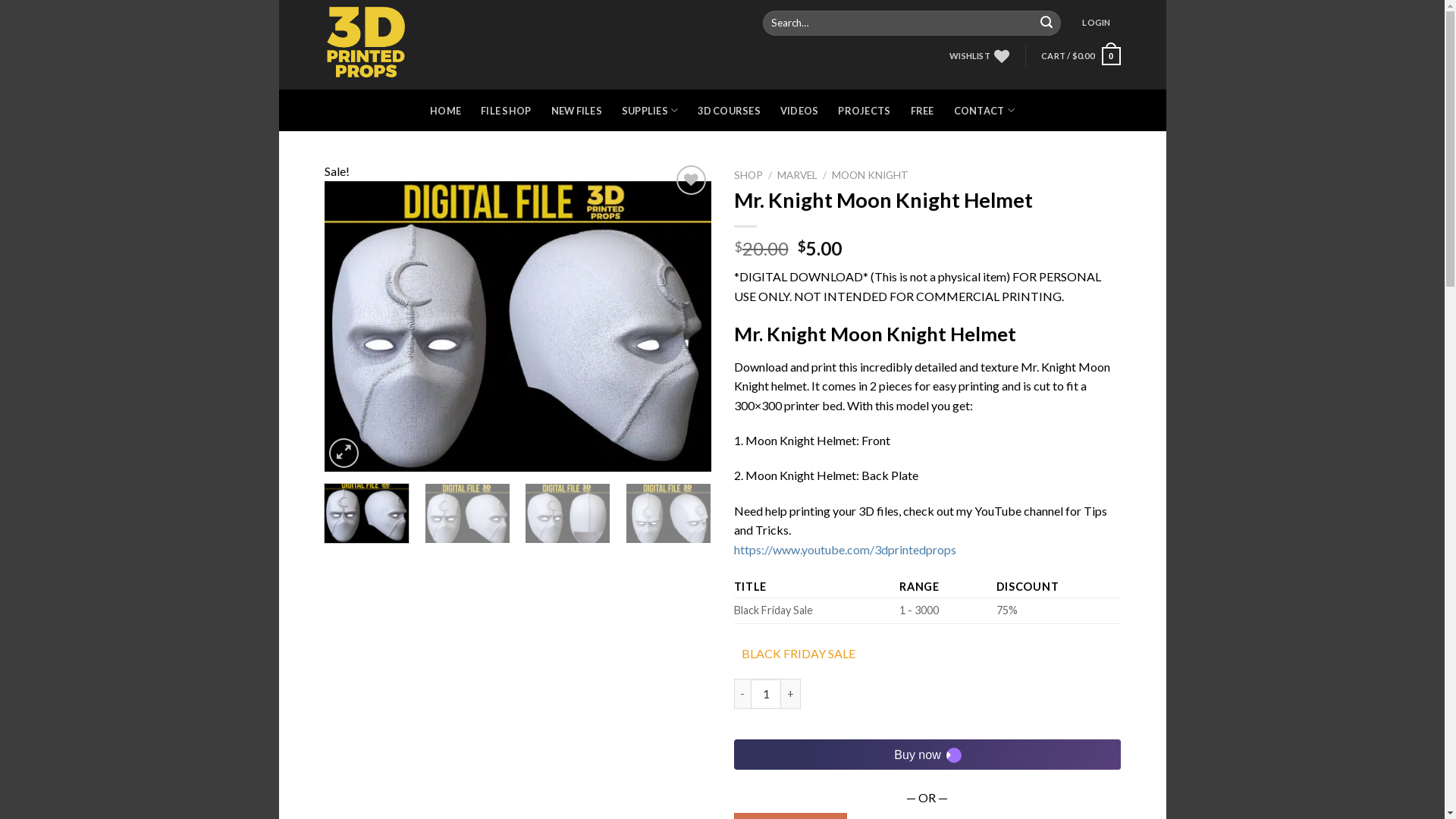 This screenshot has height=819, width=1456. Describe the element at coordinates (1080, 55) in the screenshot. I see `'CART / $0.00` at that location.